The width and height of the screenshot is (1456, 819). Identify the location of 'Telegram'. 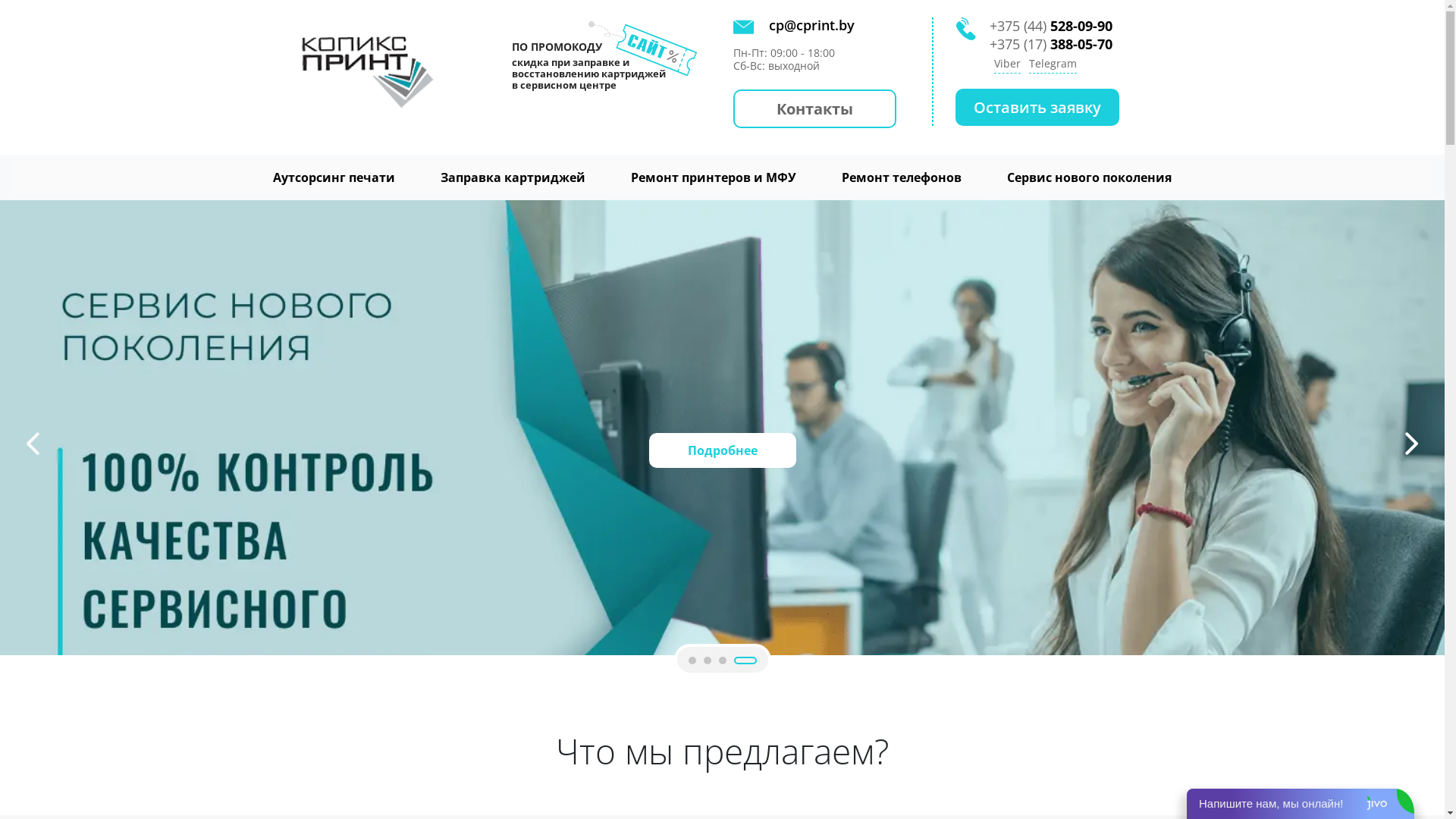
(1052, 64).